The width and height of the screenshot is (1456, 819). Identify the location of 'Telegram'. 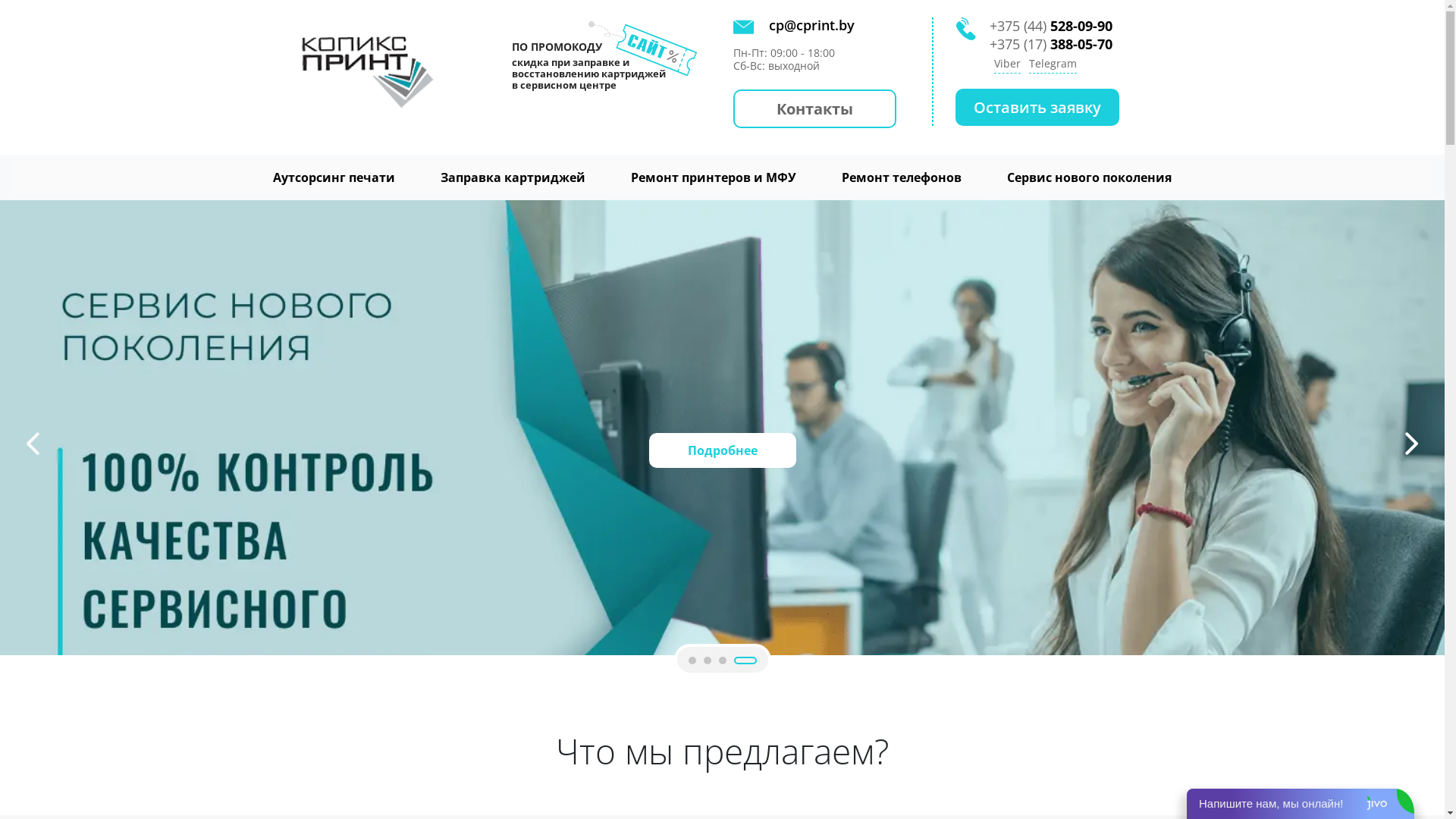
(1052, 64).